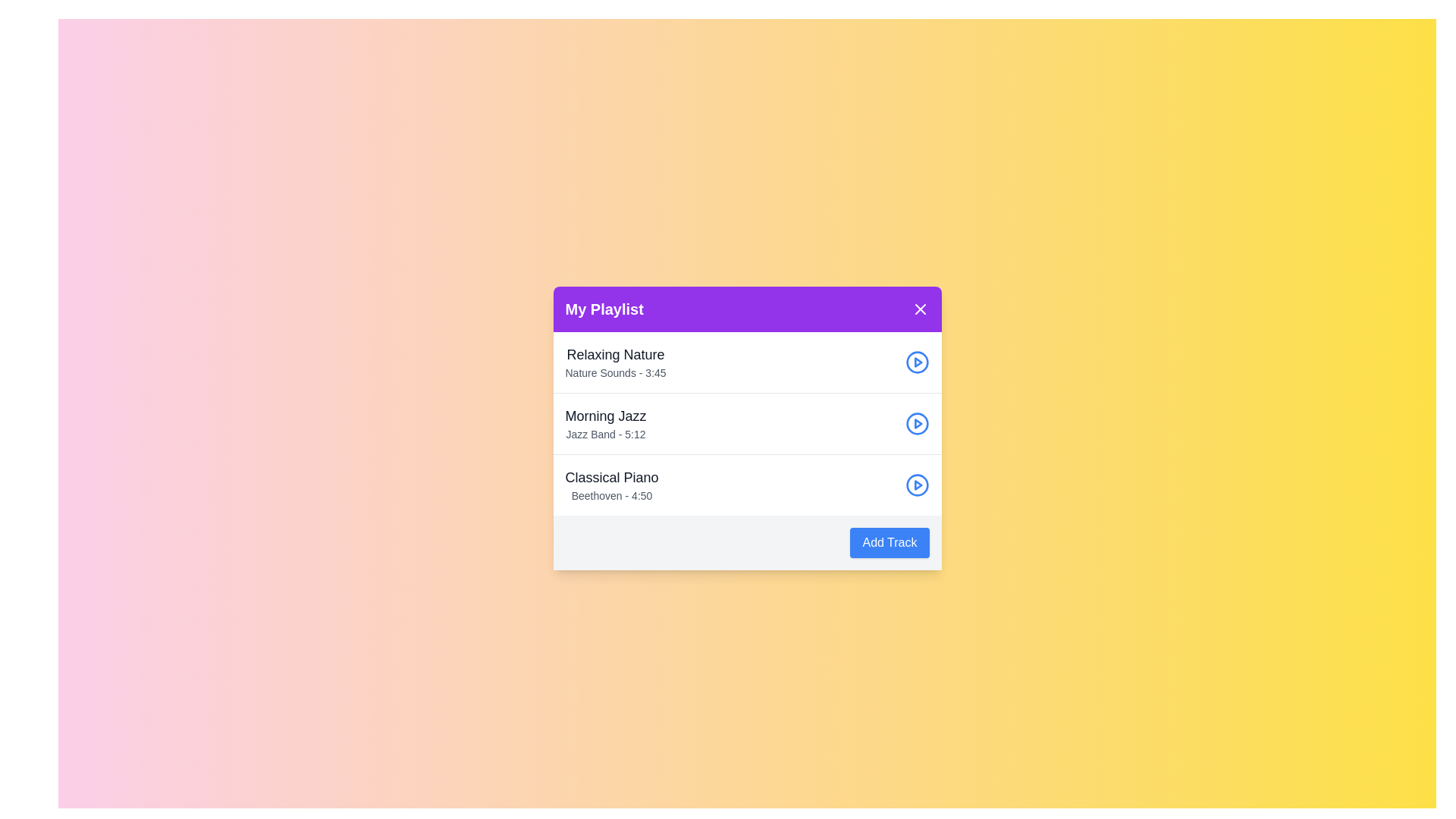 The image size is (1456, 819). What do you see at coordinates (890, 542) in the screenshot?
I see `the 'Add Track' button to add a new track` at bounding box center [890, 542].